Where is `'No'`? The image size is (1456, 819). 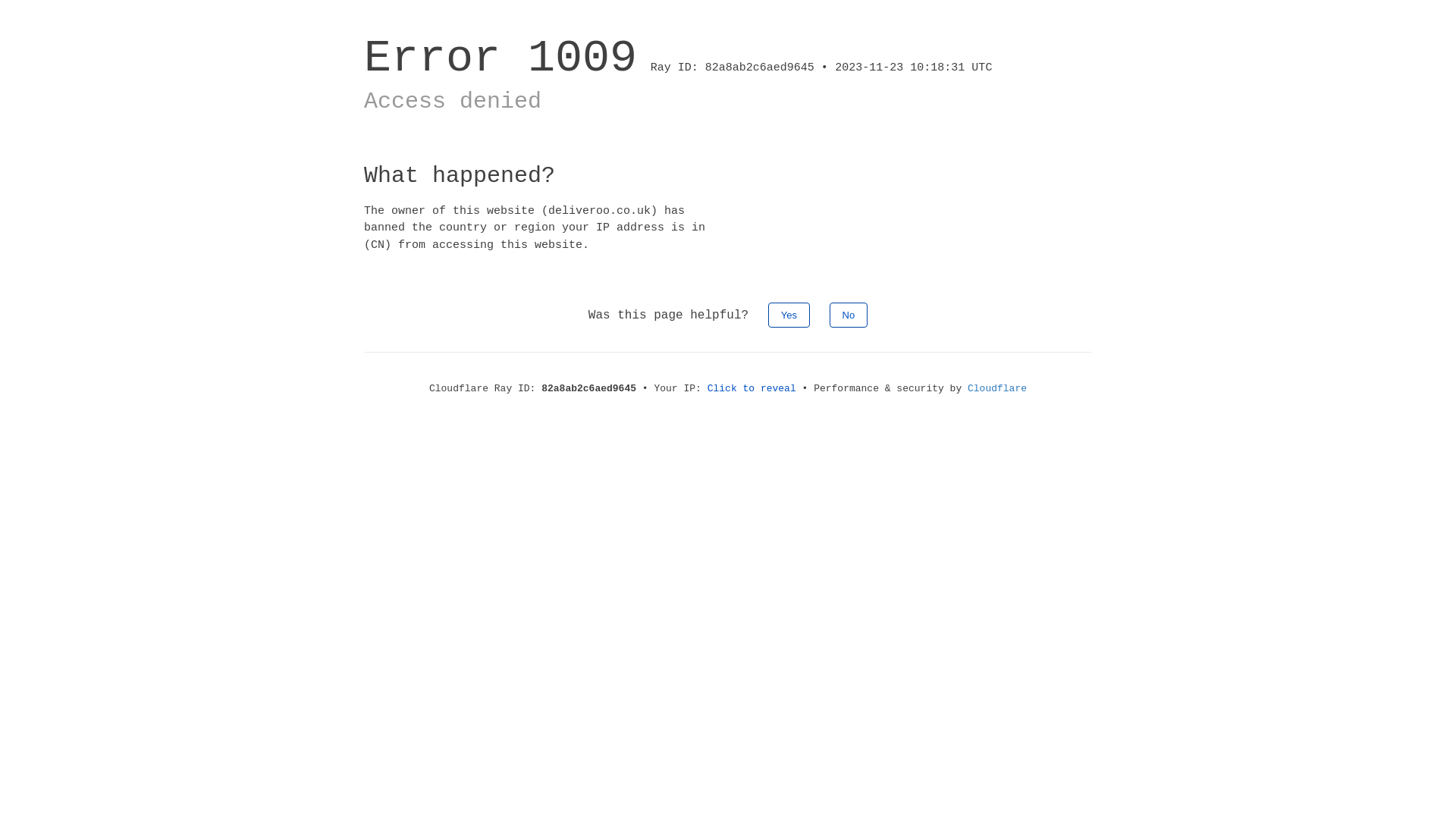 'No' is located at coordinates (848, 314).